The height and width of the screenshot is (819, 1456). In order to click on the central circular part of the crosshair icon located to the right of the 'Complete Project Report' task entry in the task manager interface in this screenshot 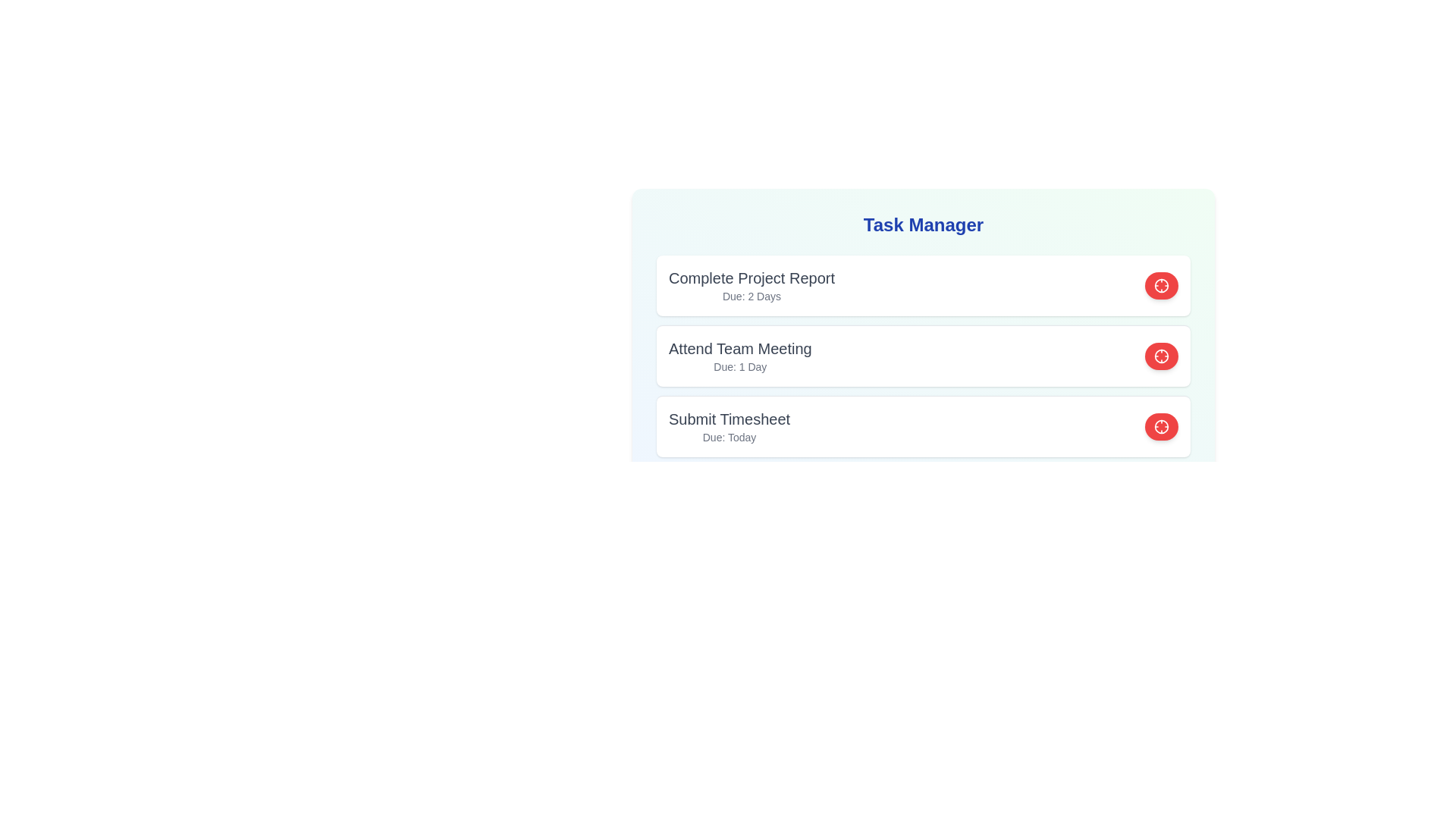, I will do `click(1160, 286)`.